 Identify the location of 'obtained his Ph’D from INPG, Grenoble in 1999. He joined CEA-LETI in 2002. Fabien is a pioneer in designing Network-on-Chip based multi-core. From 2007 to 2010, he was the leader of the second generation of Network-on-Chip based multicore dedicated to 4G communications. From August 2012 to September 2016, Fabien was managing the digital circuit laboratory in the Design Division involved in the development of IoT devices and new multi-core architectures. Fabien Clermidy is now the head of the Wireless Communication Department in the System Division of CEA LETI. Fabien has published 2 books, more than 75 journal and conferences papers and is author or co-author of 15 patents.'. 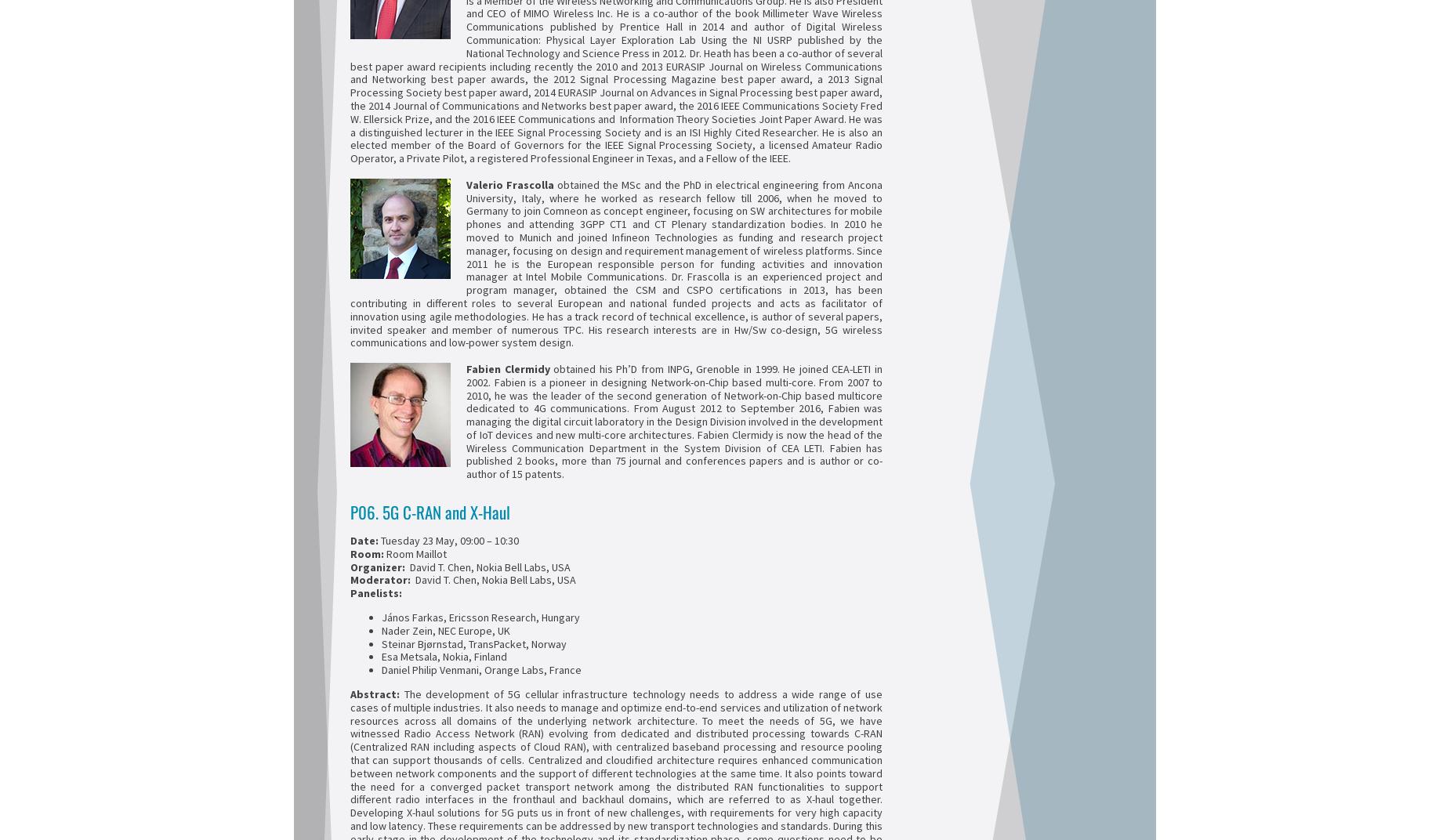
(674, 420).